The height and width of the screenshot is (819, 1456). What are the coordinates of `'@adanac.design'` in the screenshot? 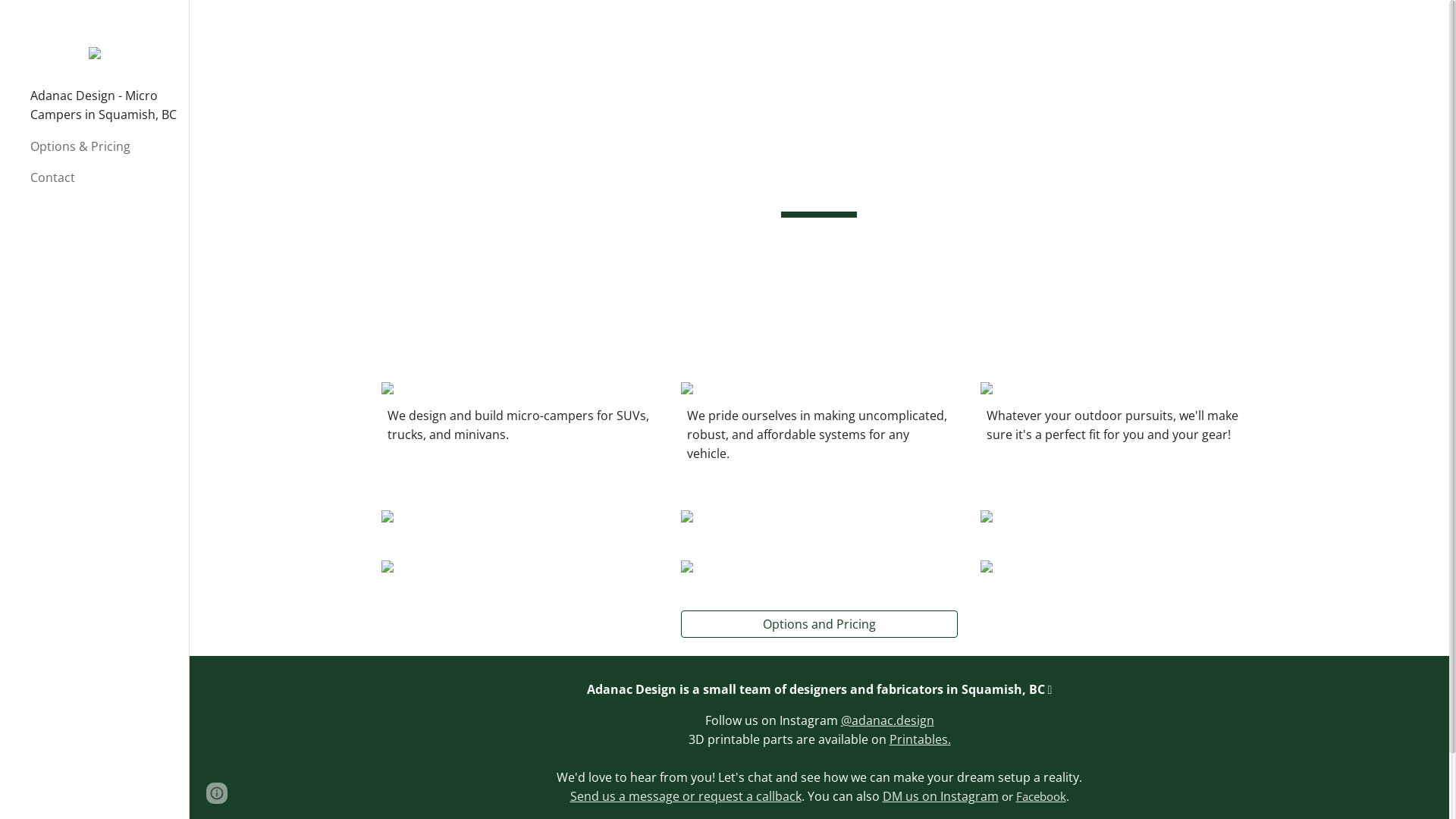 It's located at (839, 719).